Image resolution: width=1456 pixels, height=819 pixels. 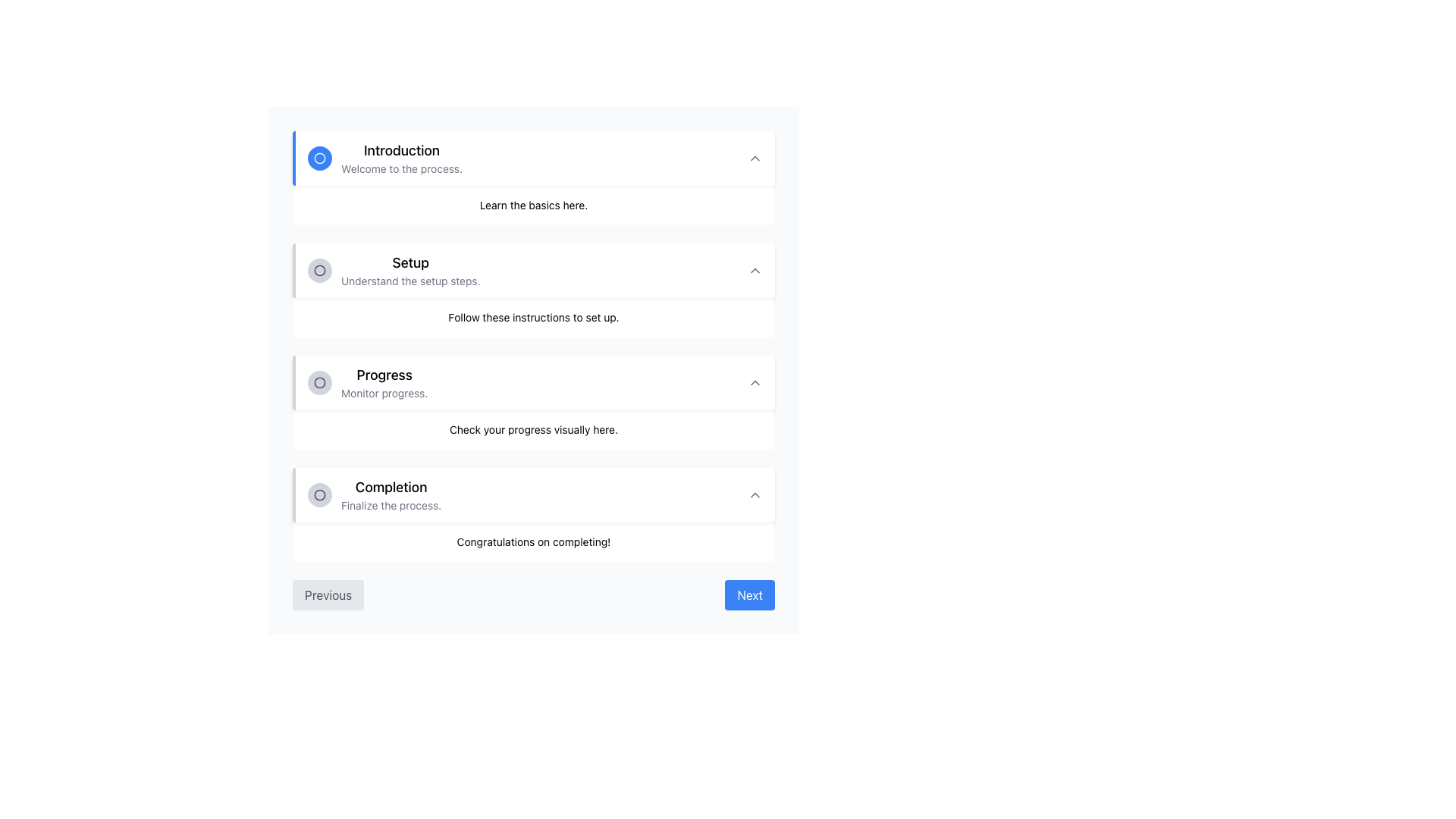 What do you see at coordinates (391, 506) in the screenshot?
I see `descriptive text located in the 'Completion' section, positioned directly below the main section label and aligned to the left` at bounding box center [391, 506].